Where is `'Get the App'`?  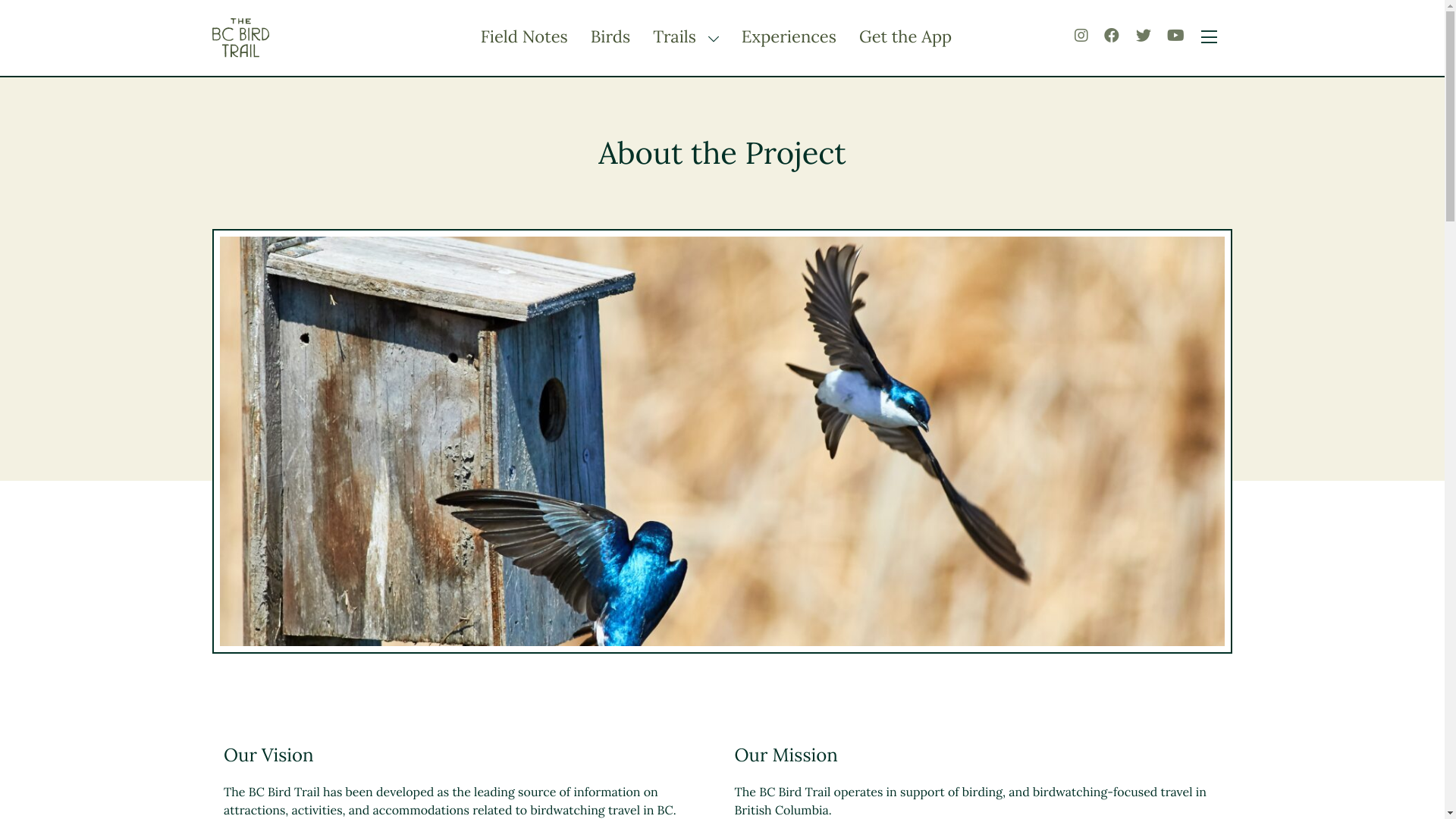
'Get the App' is located at coordinates (905, 36).